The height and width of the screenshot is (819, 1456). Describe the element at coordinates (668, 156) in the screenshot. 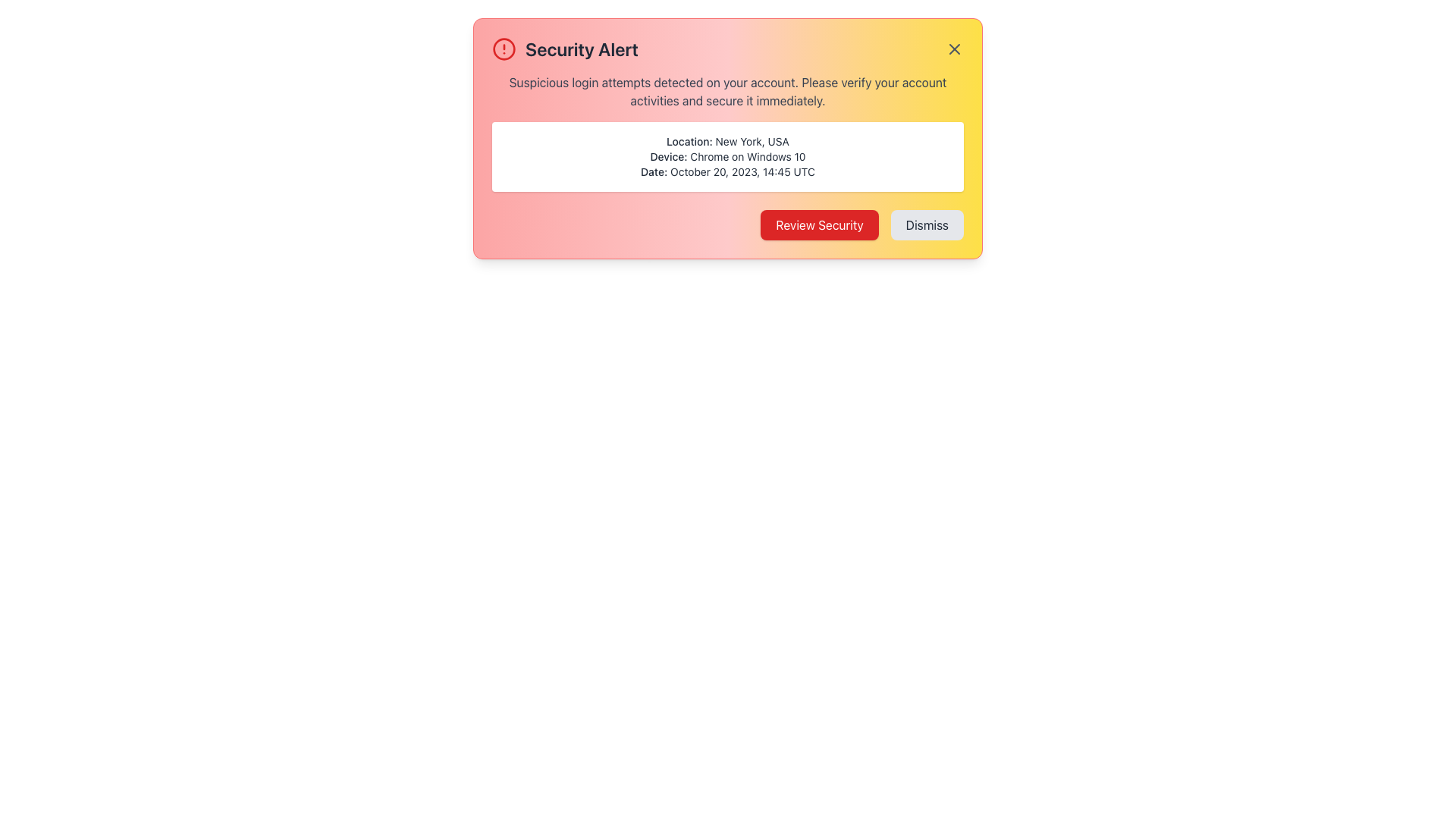

I see `Text label that identifies the device information, which precedes 'Chrome on Windows 10' in the notification dialog box` at that location.